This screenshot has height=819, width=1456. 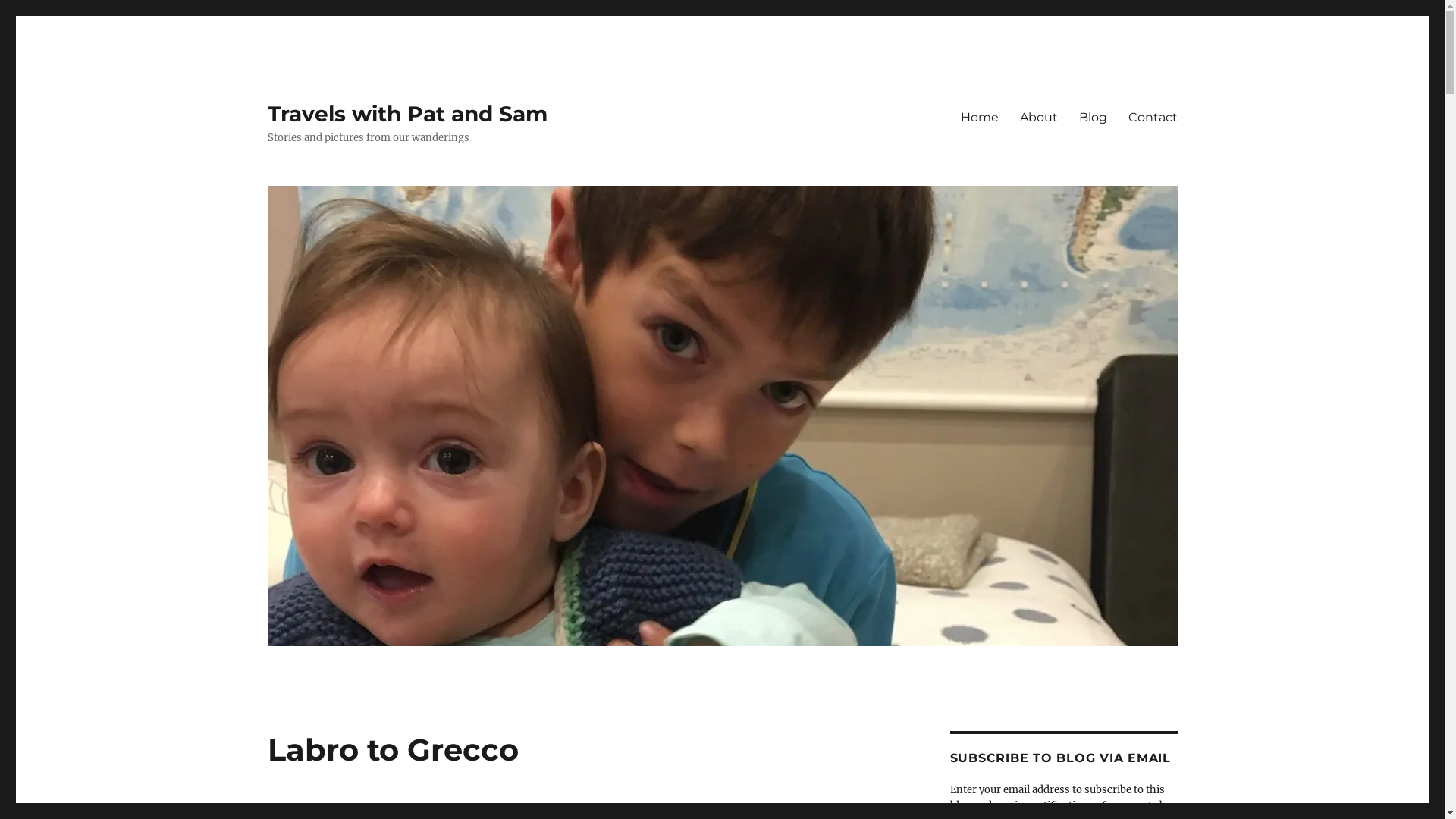 I want to click on 'Blog', so click(x=1092, y=116).